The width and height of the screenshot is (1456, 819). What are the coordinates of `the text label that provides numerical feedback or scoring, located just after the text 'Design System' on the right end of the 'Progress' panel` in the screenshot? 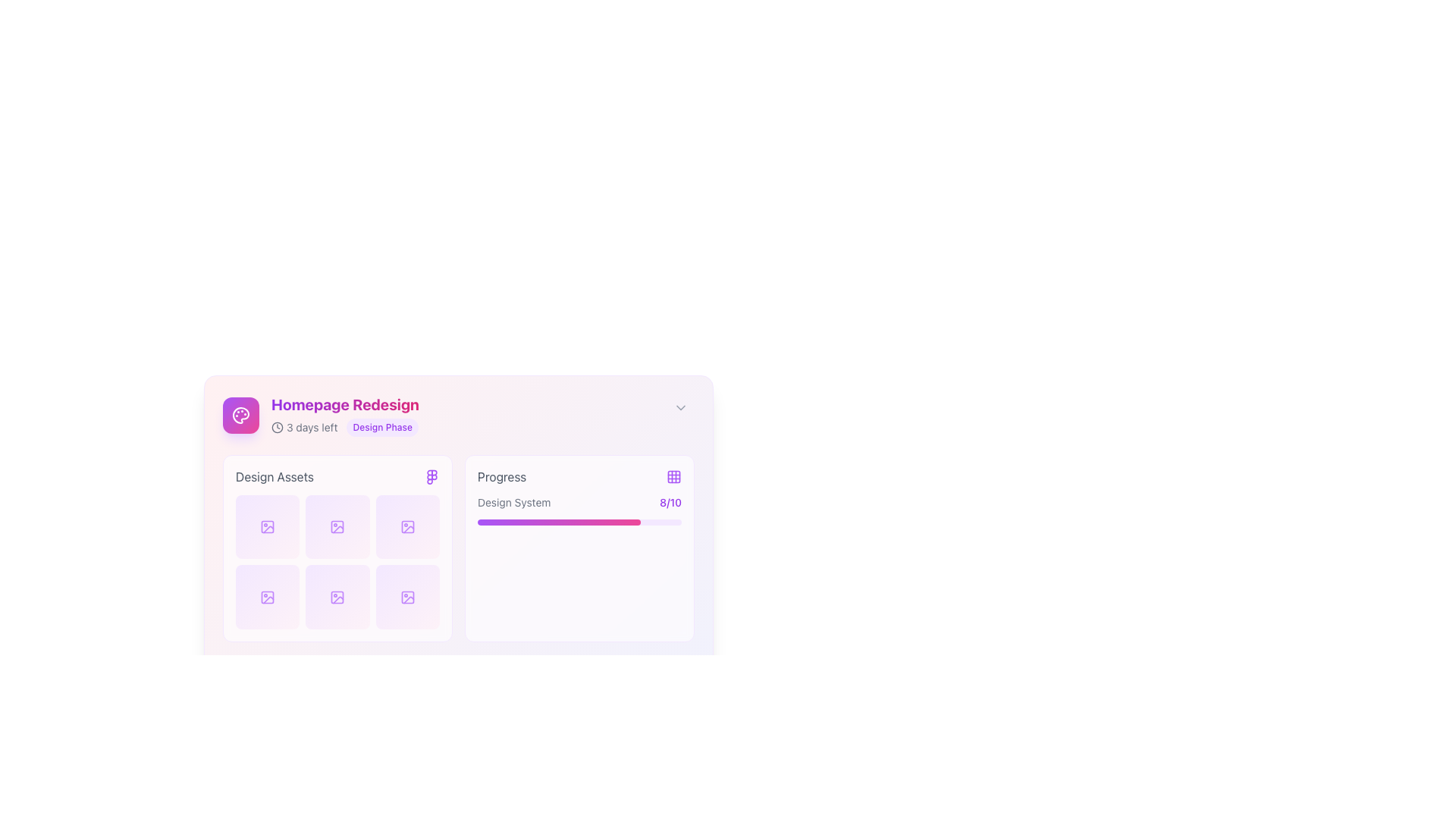 It's located at (670, 503).